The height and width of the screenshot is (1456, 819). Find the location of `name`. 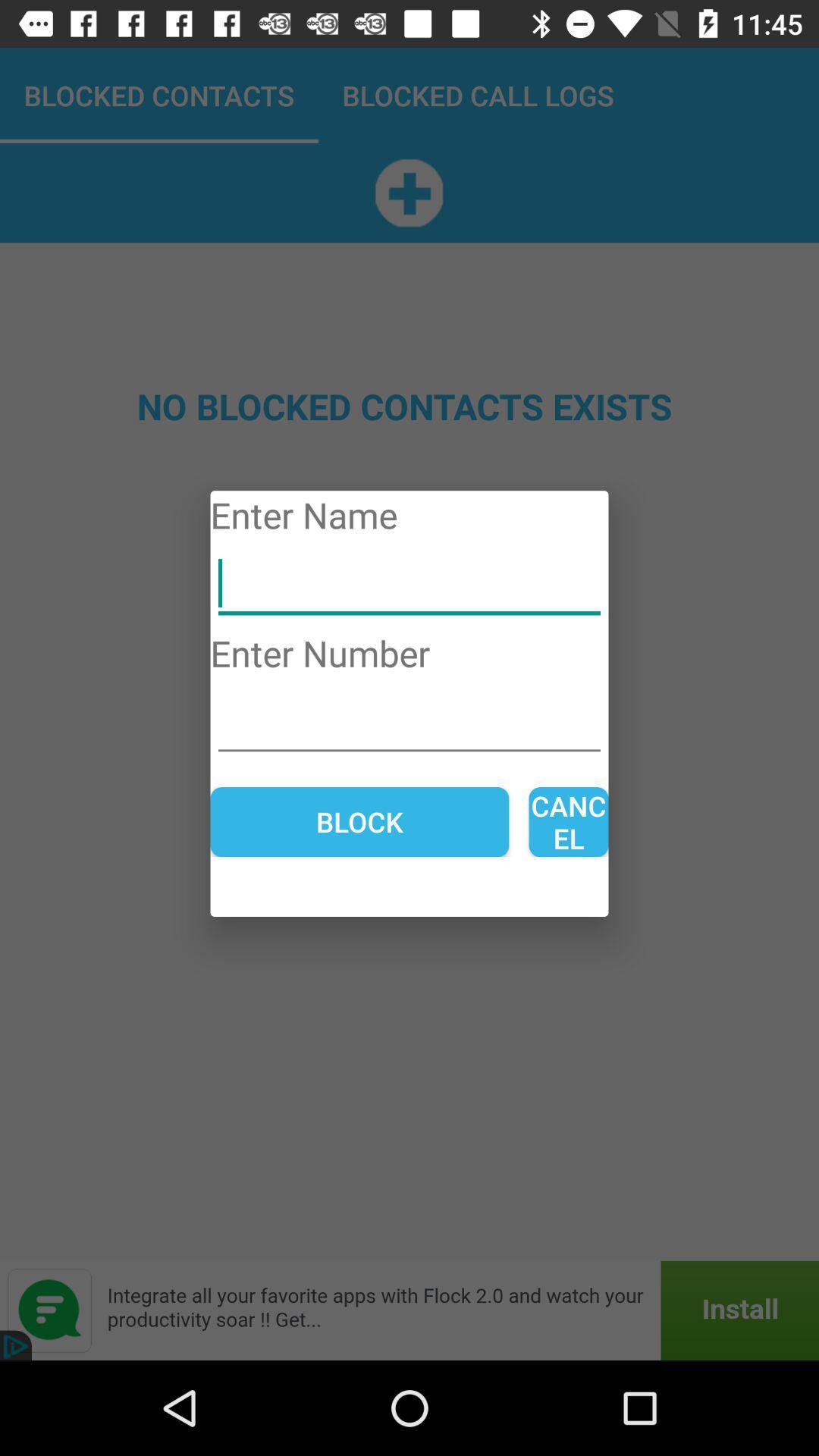

name is located at coordinates (409, 583).